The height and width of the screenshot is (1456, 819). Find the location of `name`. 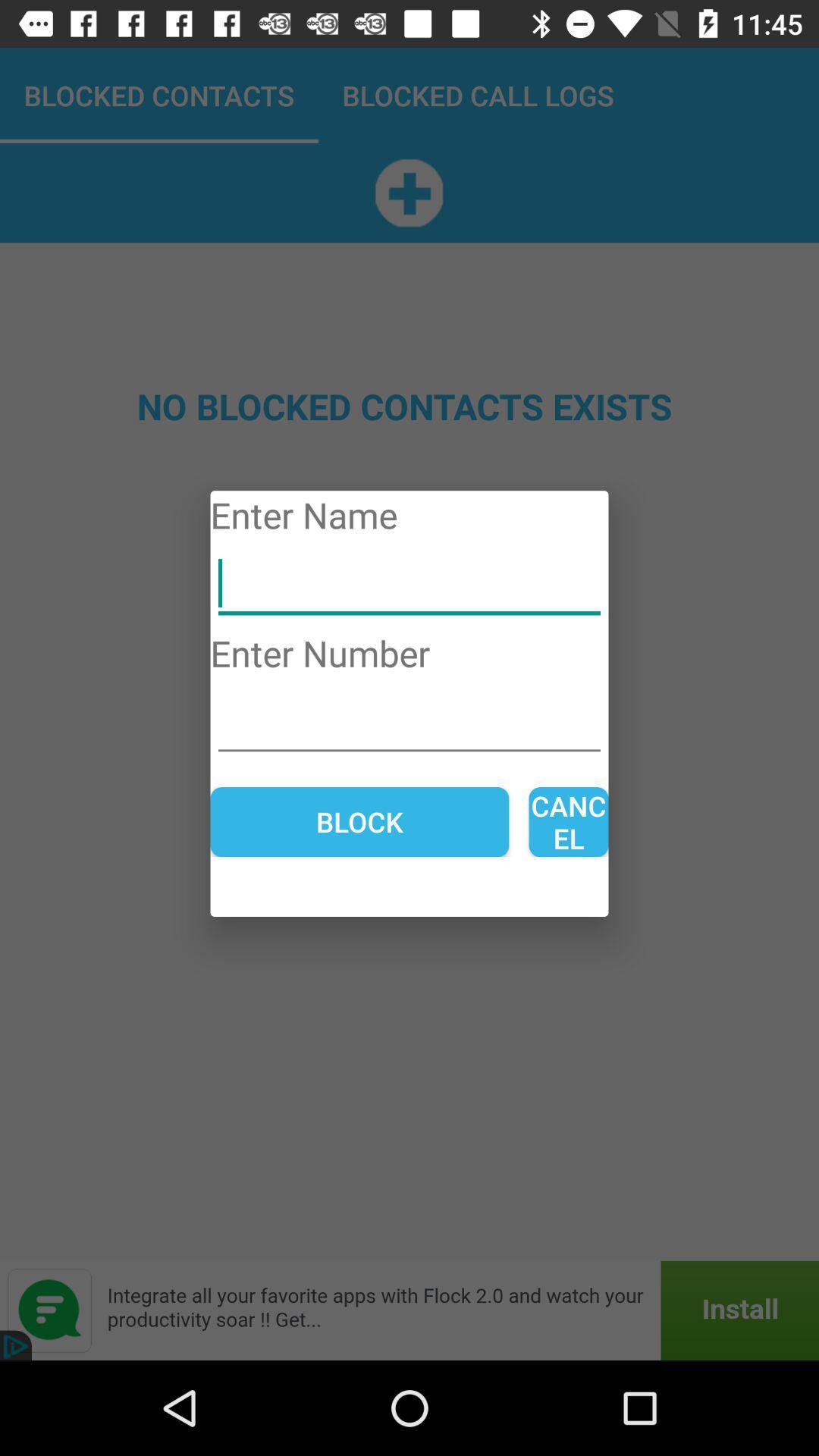

name is located at coordinates (409, 583).